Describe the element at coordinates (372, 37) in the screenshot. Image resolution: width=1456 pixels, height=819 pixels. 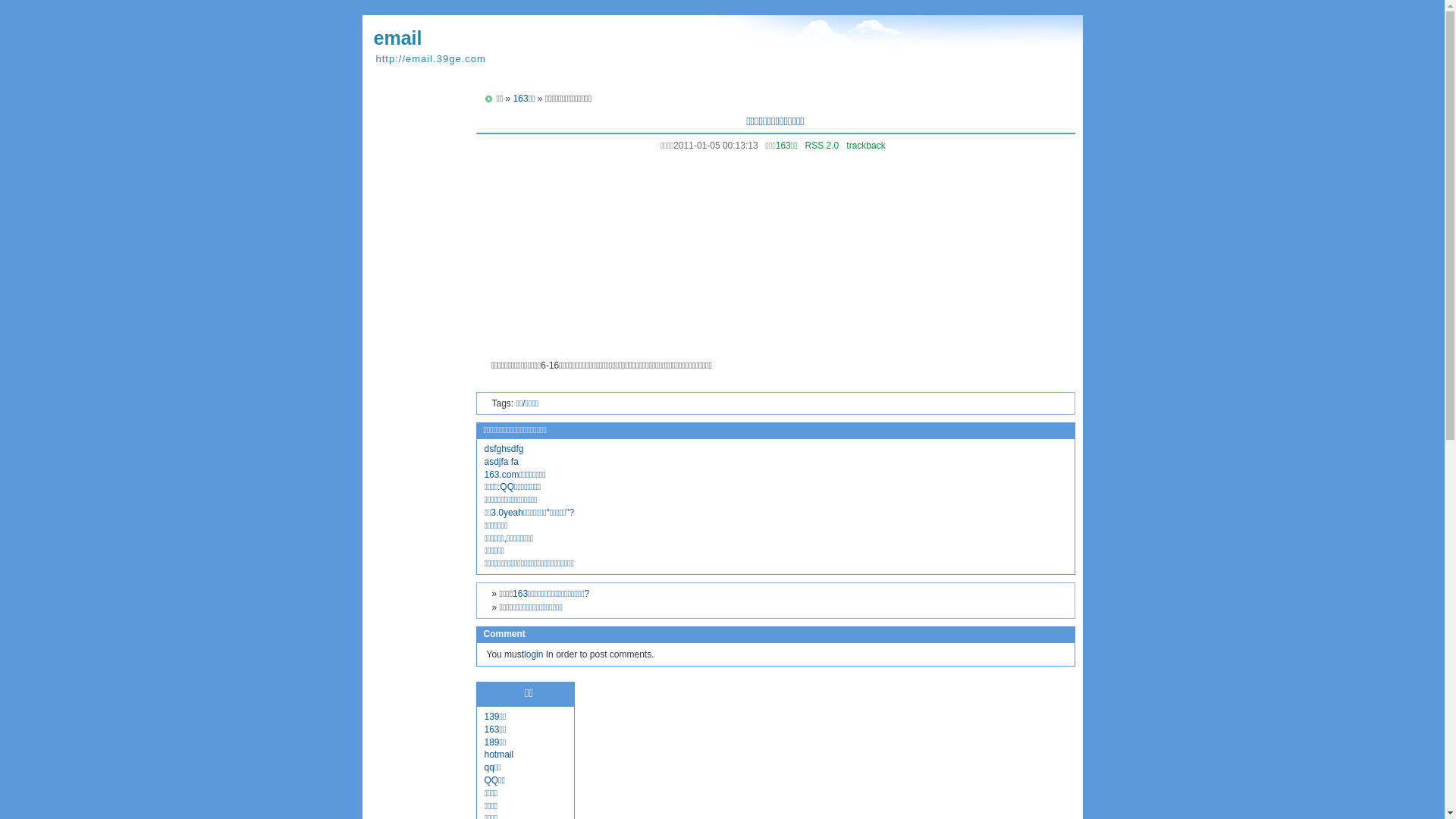
I see `'email'` at that location.